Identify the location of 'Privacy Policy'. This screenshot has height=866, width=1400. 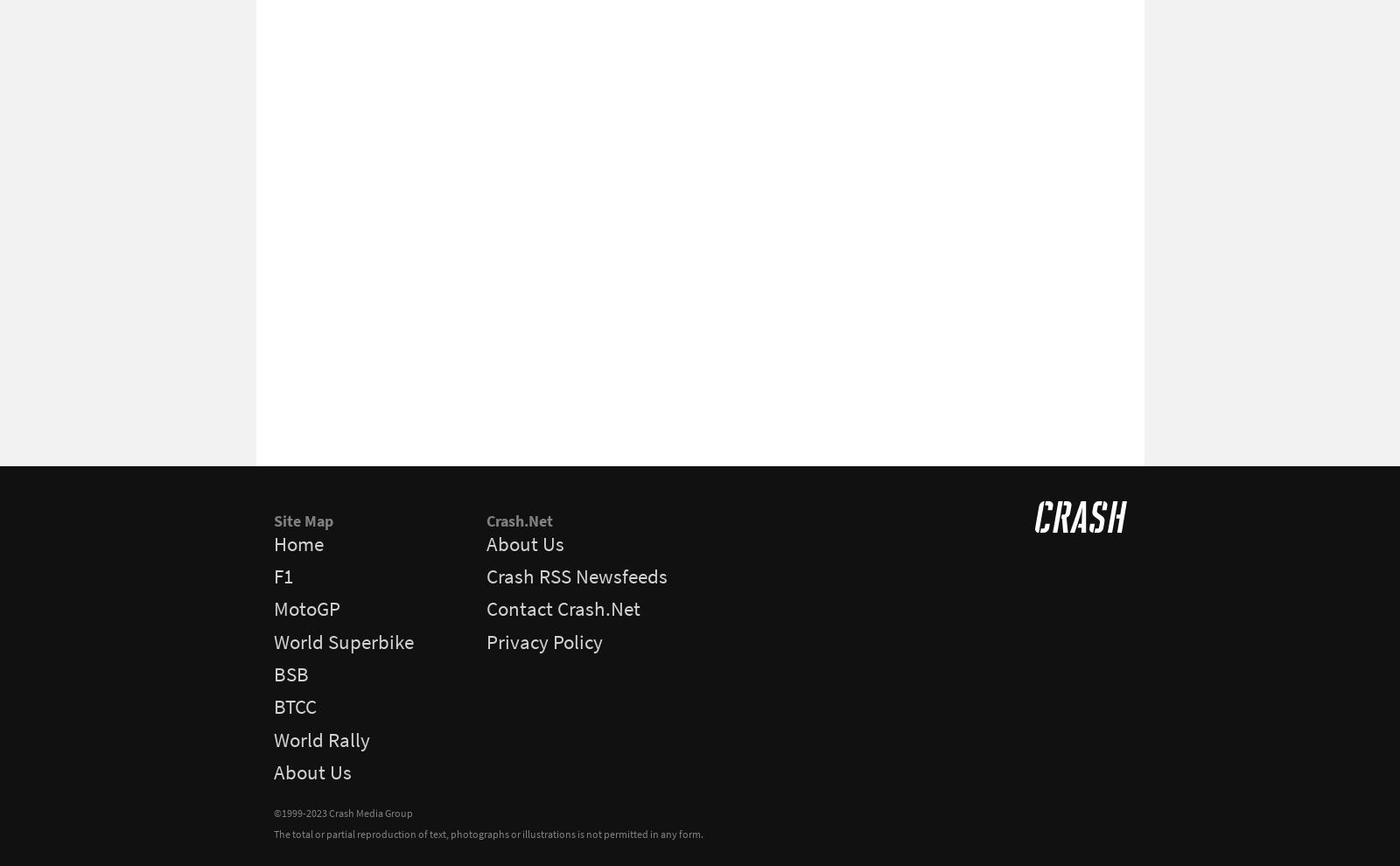
(544, 639).